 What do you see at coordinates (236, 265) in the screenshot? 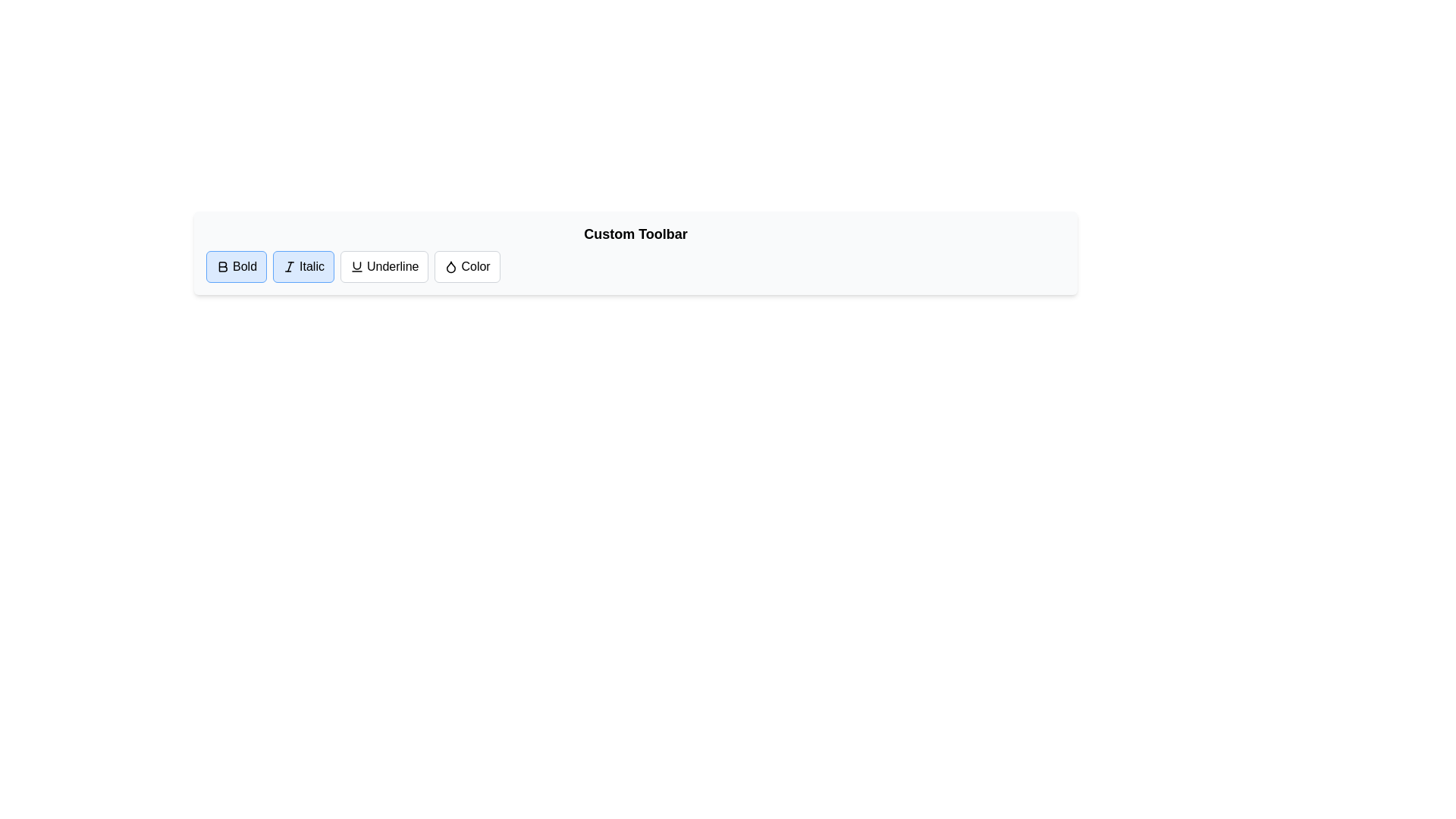
I see `the bold button, which has a light blue background, a blue border, and displays a 'B' icon followed by the text 'Bold', located at the leftmost position in the toolbar` at bounding box center [236, 265].